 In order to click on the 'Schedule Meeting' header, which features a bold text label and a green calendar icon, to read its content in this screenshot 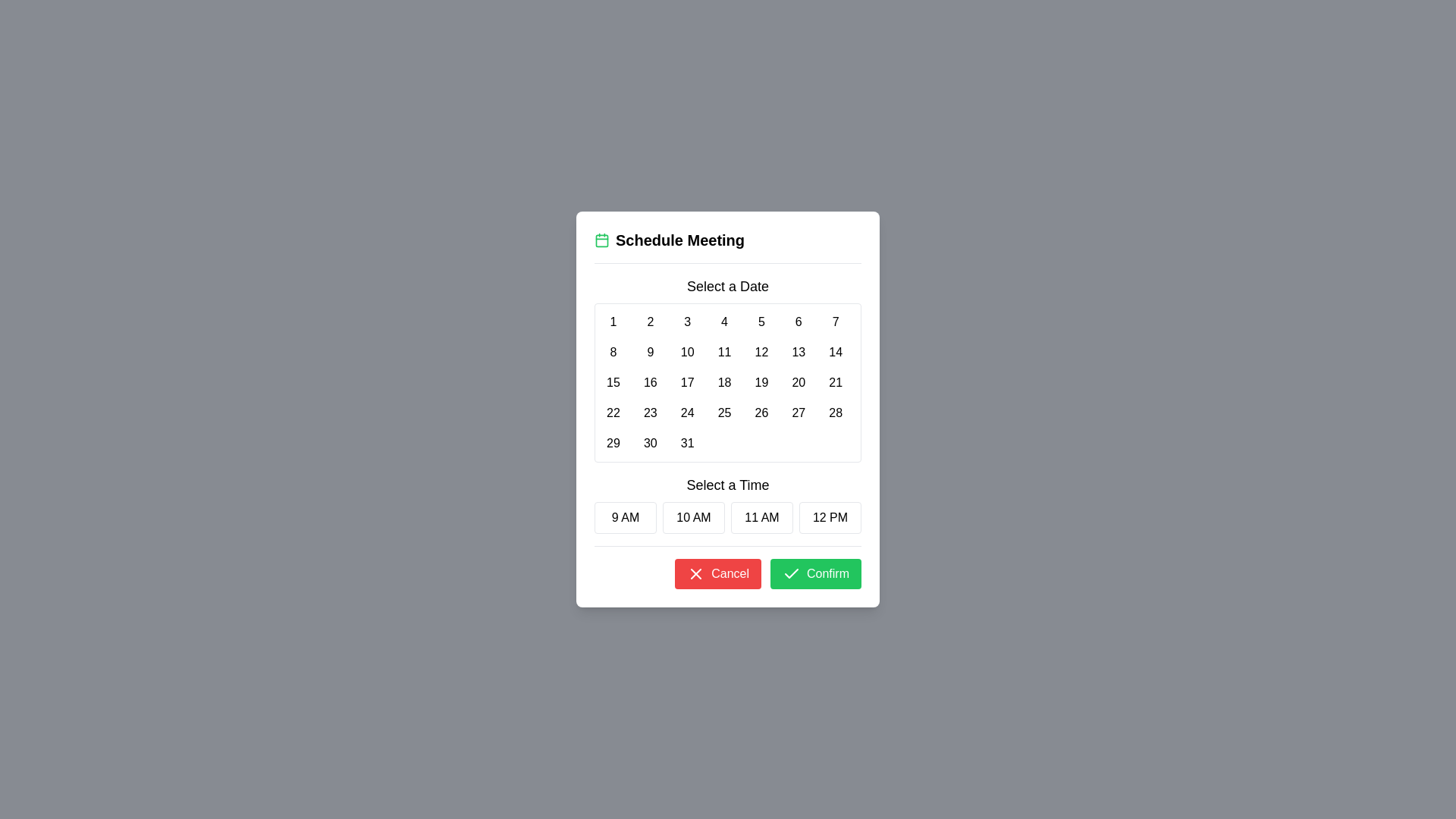, I will do `click(728, 239)`.